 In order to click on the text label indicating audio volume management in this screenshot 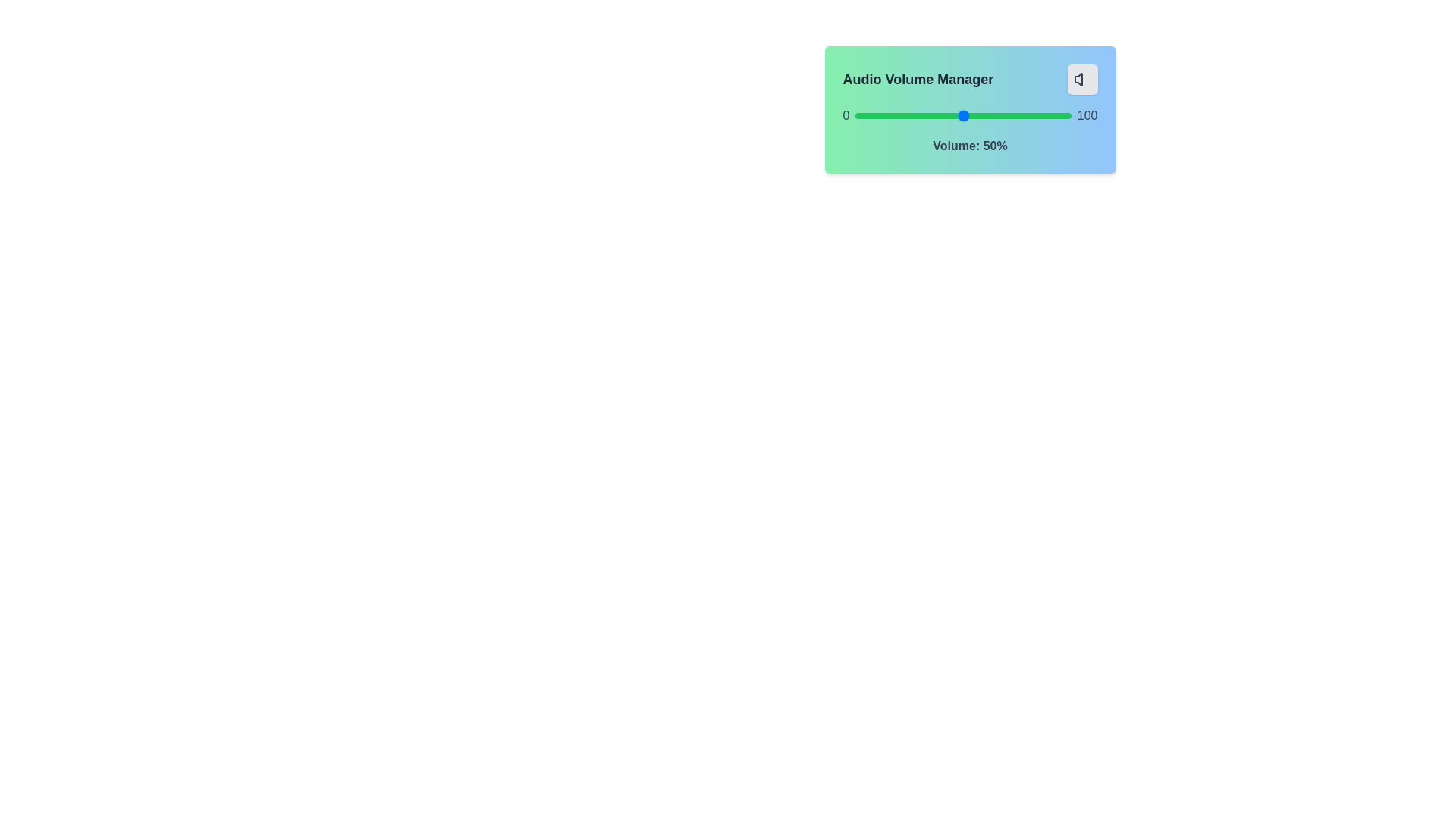, I will do `click(917, 79)`.